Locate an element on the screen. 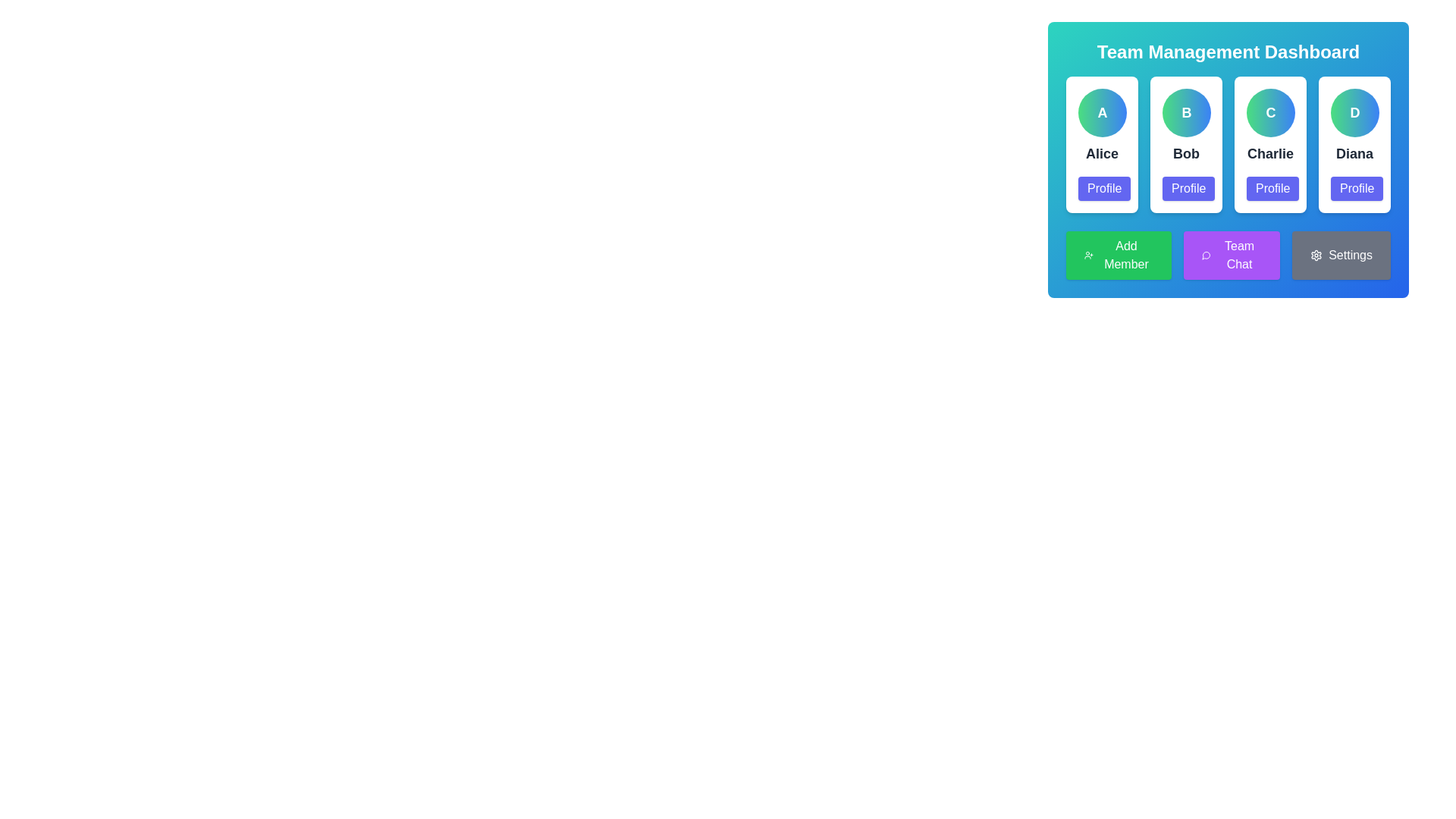 This screenshot has width=1456, height=819. the 'Profile' button for user 'Alice', which is a rectangular button with a blue background and rounded corners, to observe the hover effect is located at coordinates (1104, 188).